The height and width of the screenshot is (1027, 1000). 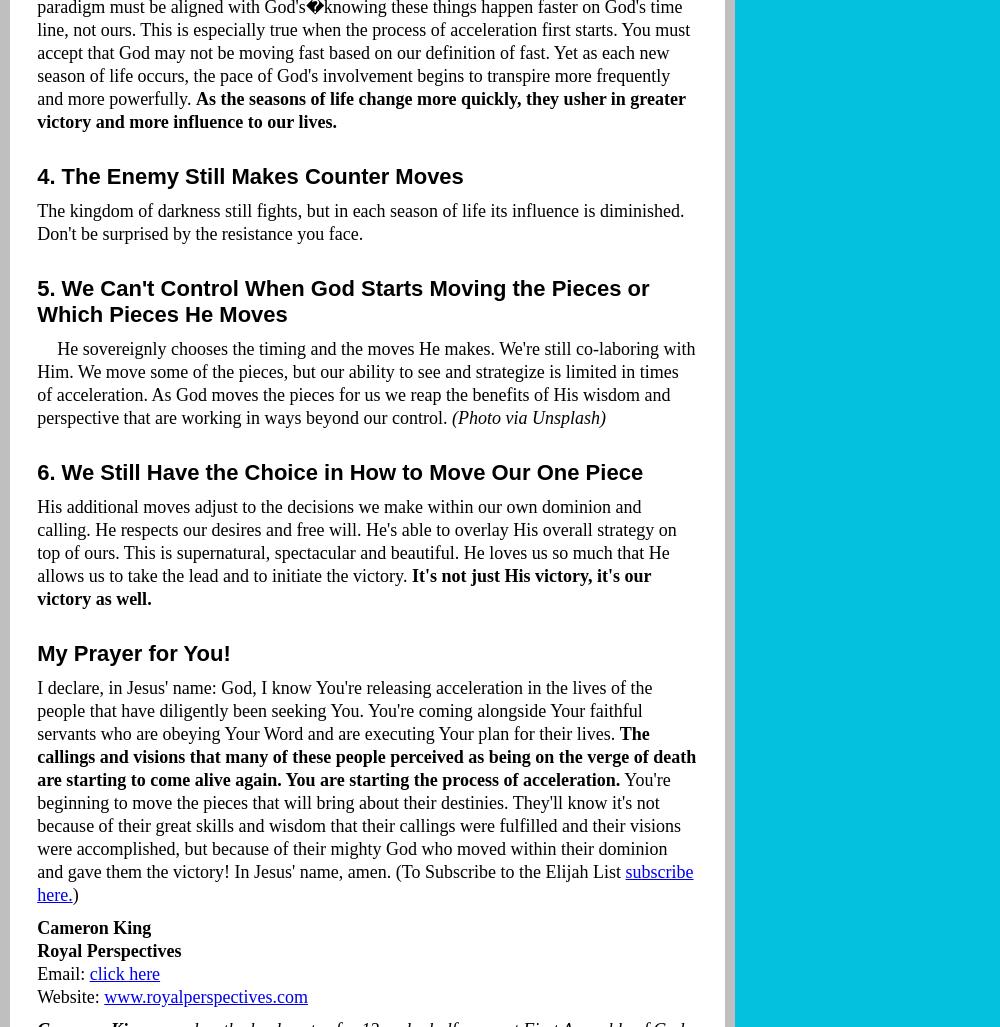 I want to click on 'As the seasons of life change more quickly, they usher in greater victory and more influence to our lives.', so click(x=360, y=109).